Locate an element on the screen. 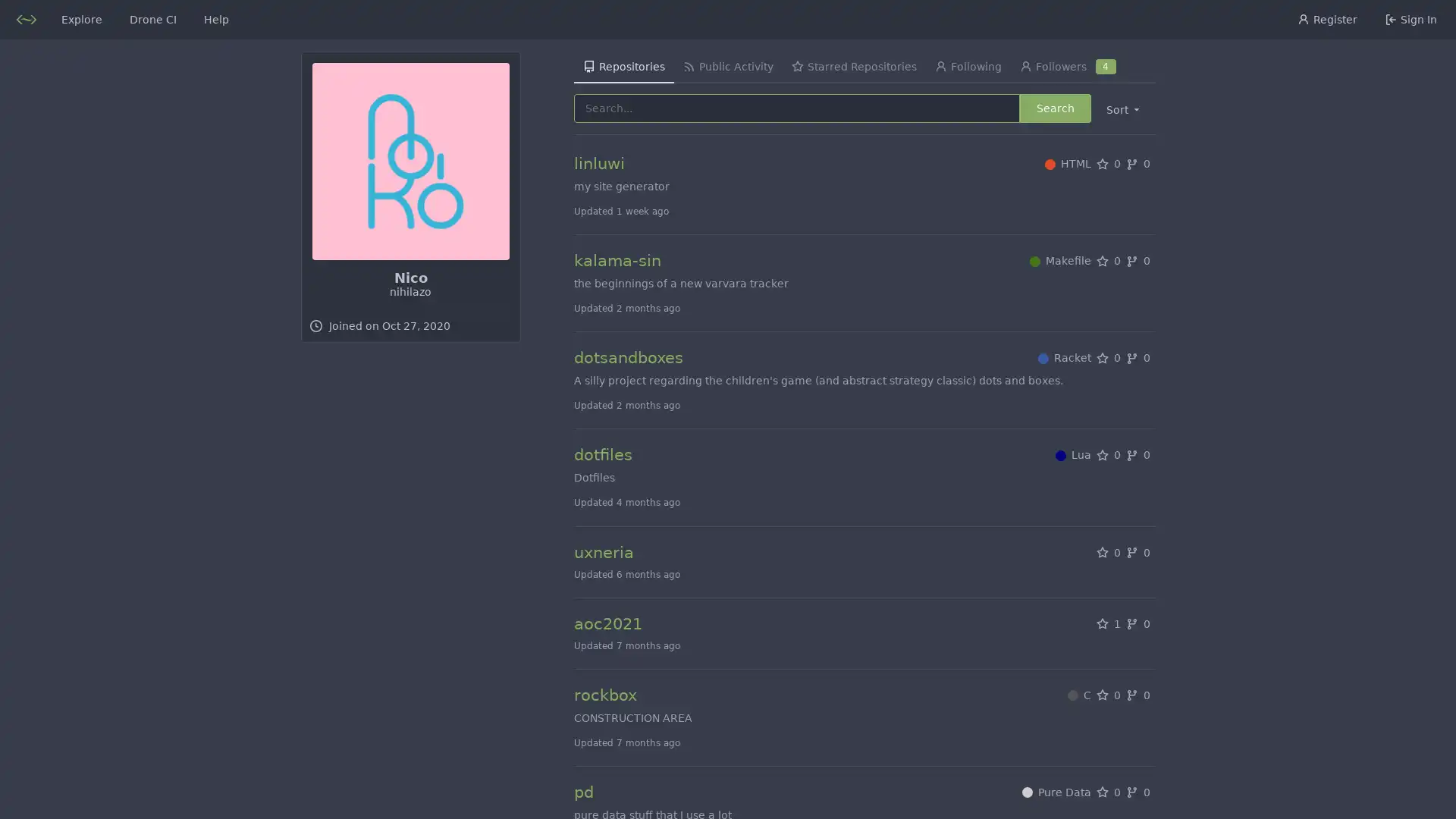 This screenshot has width=1456, height=819. Search is located at coordinates (1054, 107).